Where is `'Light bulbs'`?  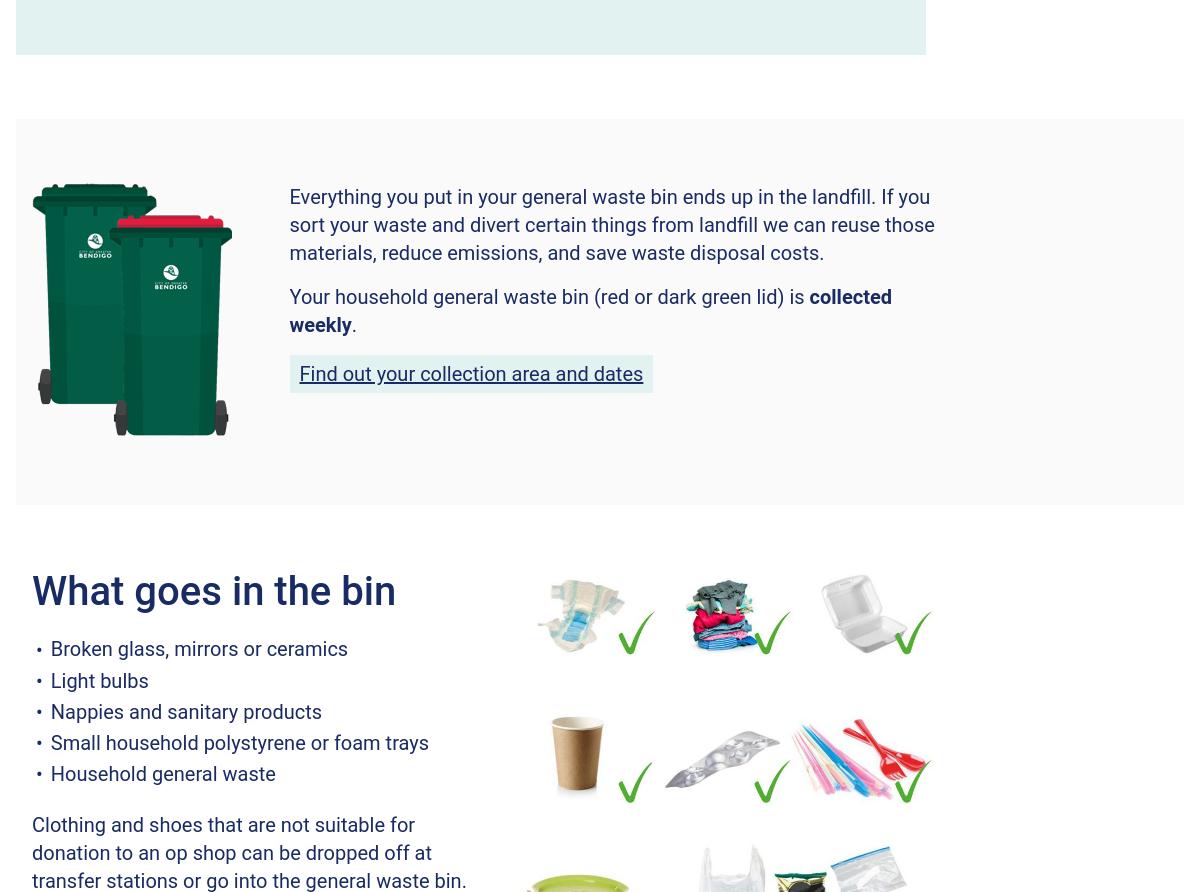 'Light bulbs' is located at coordinates (99, 679).